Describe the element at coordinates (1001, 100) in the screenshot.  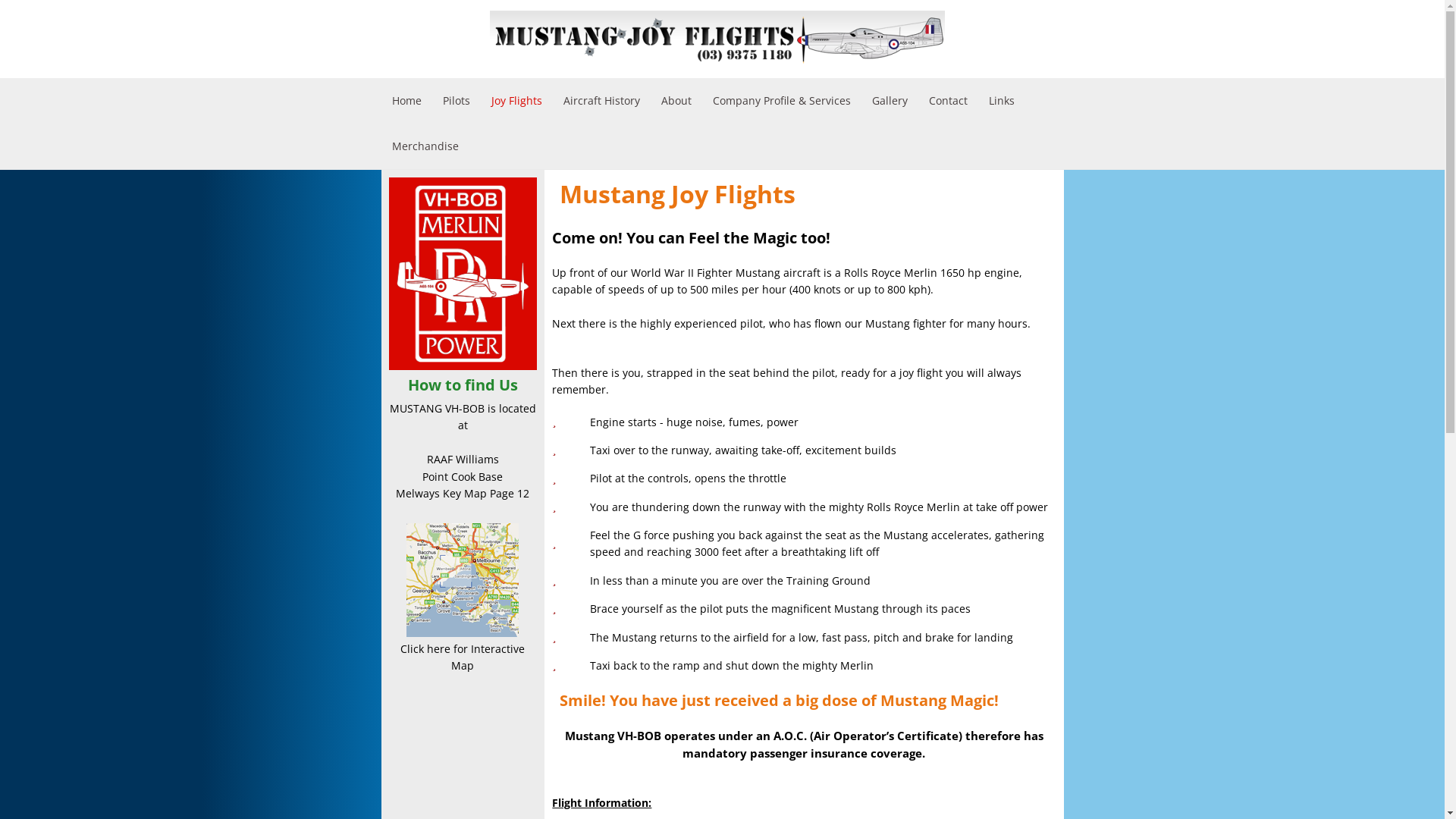
I see `'Links'` at that location.